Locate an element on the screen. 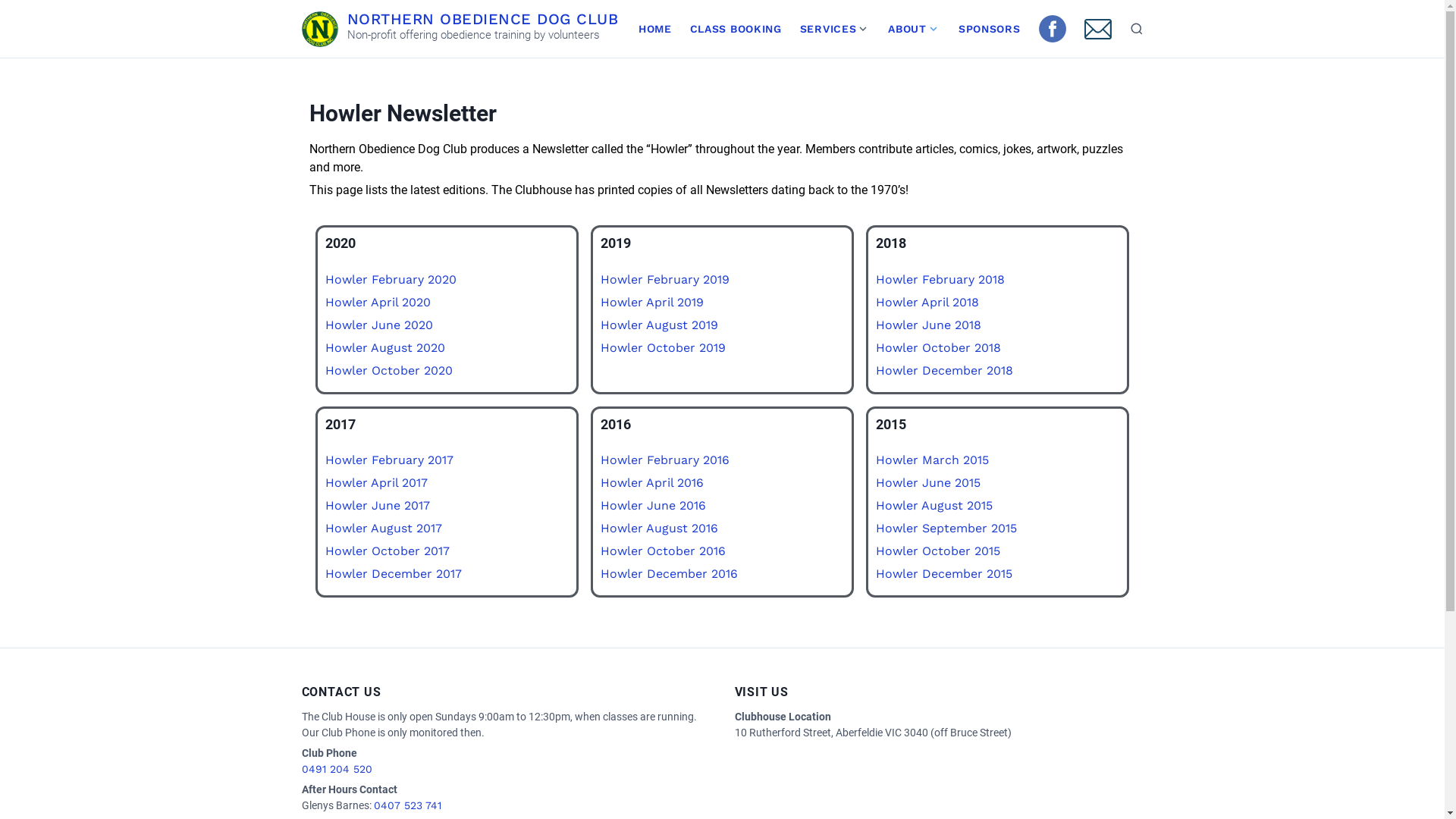 The width and height of the screenshot is (1456, 819). 'Howler October 2019' is located at coordinates (663, 347).